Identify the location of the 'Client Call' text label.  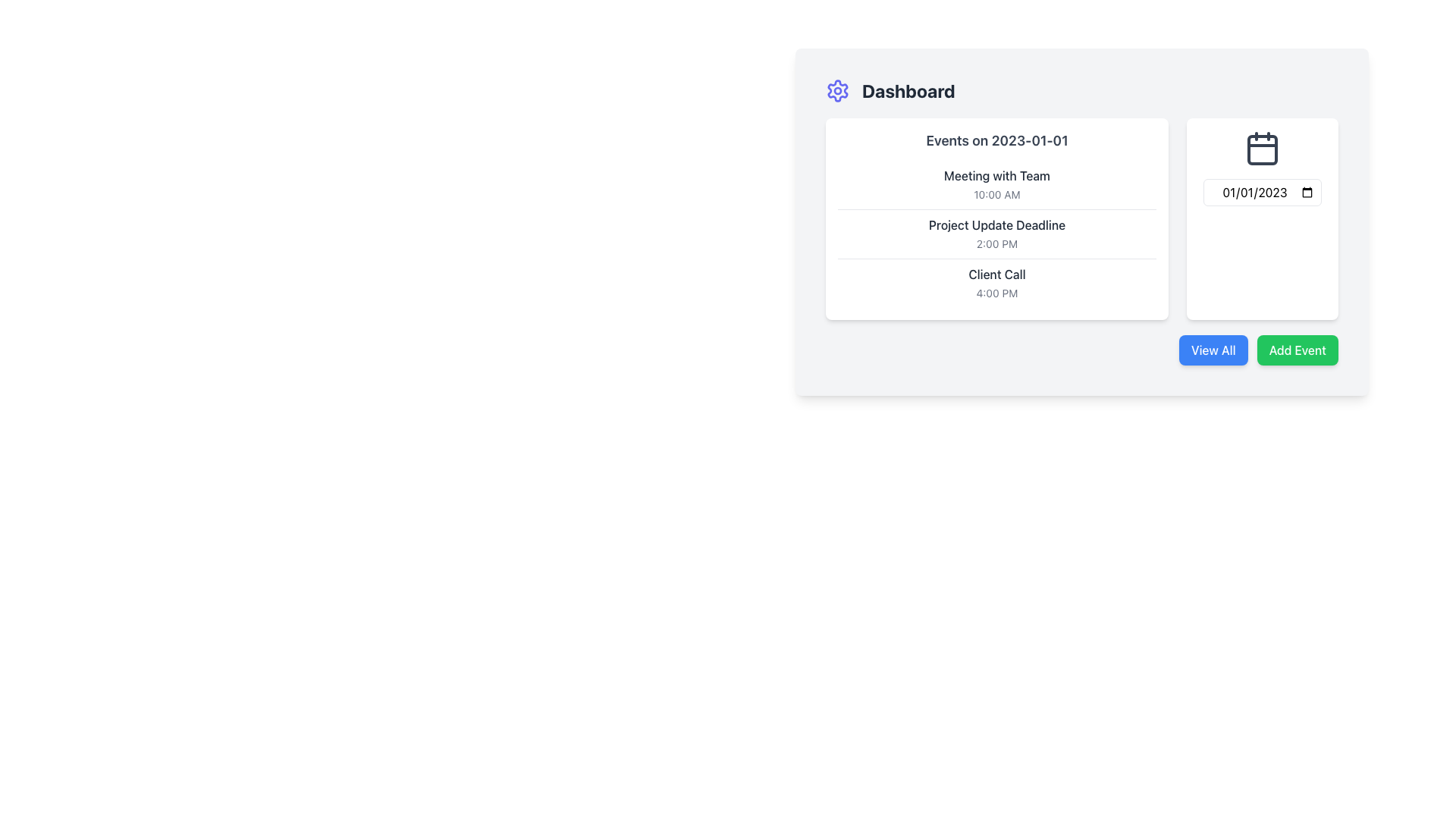
(997, 275).